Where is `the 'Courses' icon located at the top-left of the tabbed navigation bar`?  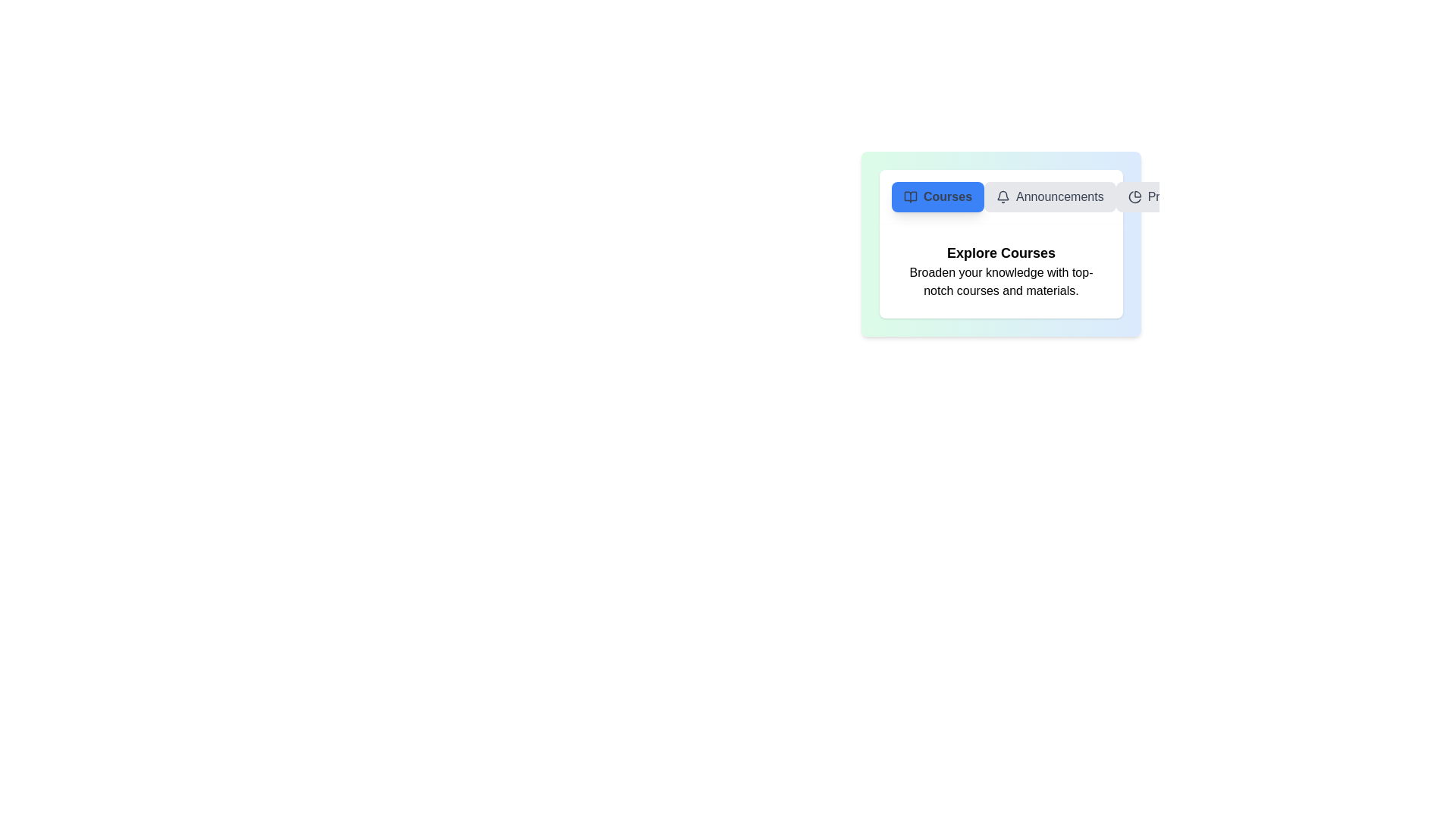 the 'Courses' icon located at the top-left of the tabbed navigation bar is located at coordinates (910, 196).